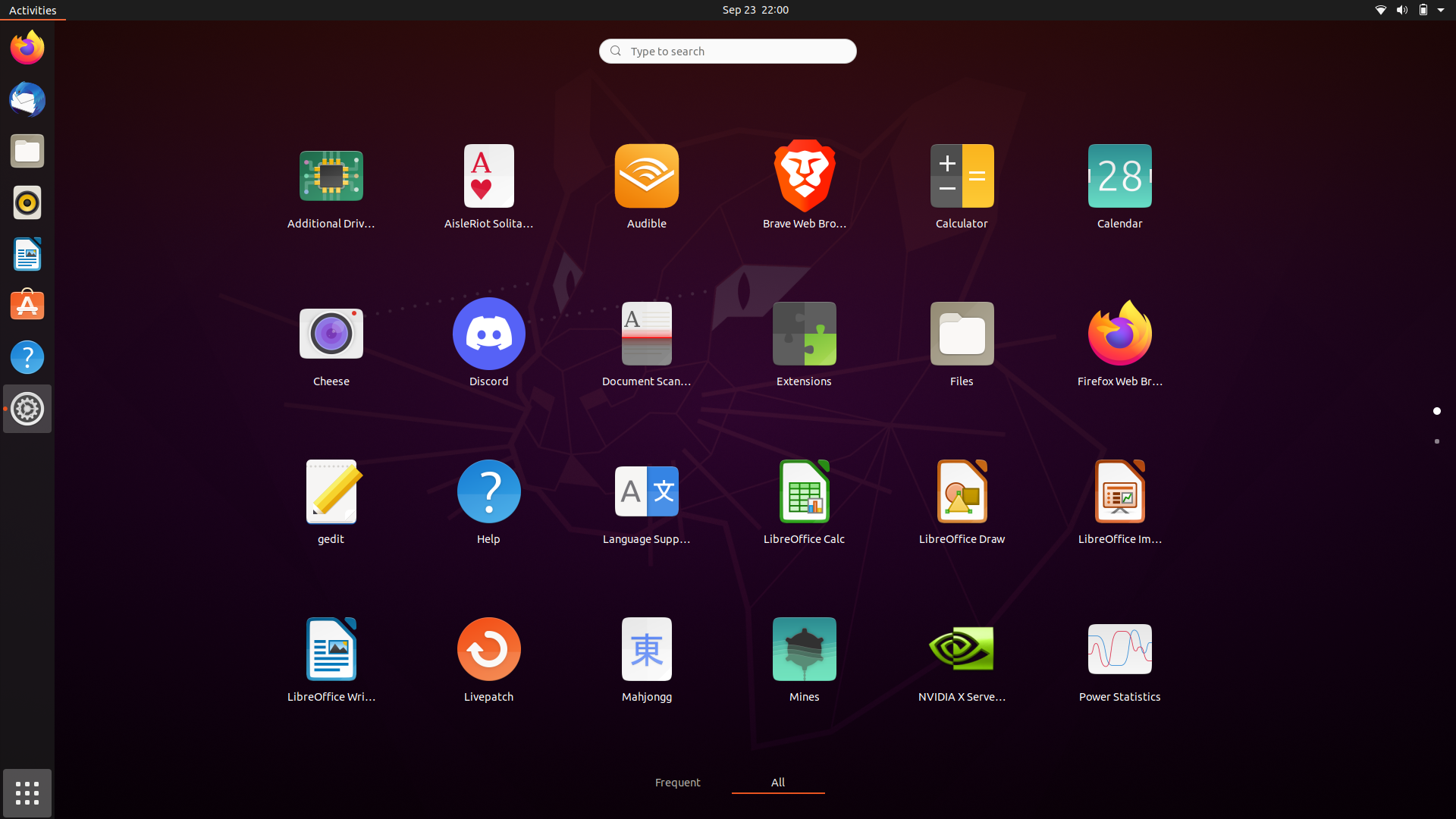  What do you see at coordinates (726, 49) in the screenshot?
I see `Activate keyboard, enter "tools" into the search field and proceed with the search` at bounding box center [726, 49].